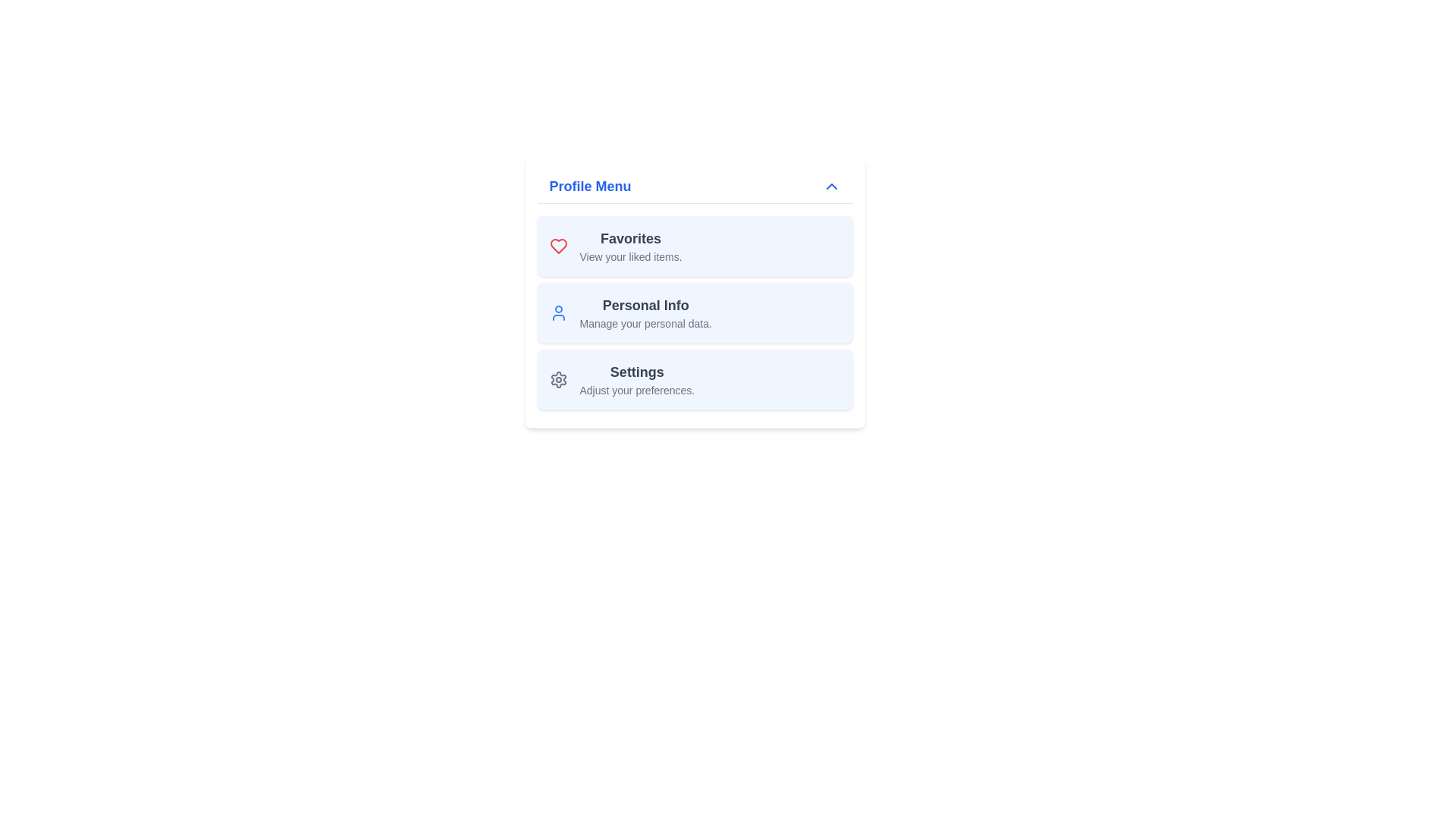 The width and height of the screenshot is (1456, 819). Describe the element at coordinates (557, 245) in the screenshot. I see `the red heart icon in the 'Favorites' section of the Profile Menu, which symbolizes a liked item` at that location.